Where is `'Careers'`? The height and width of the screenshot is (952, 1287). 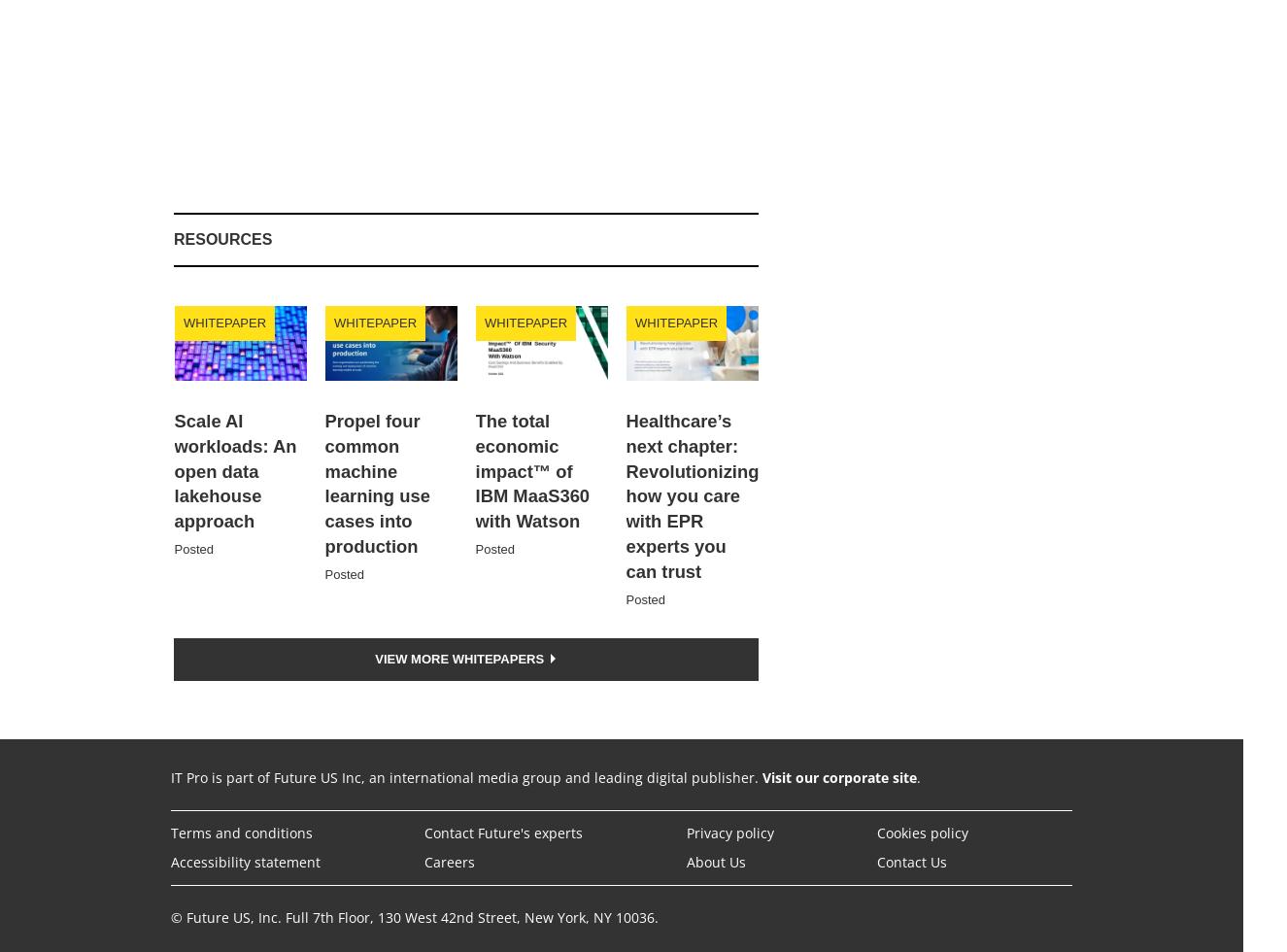 'Careers' is located at coordinates (448, 861).